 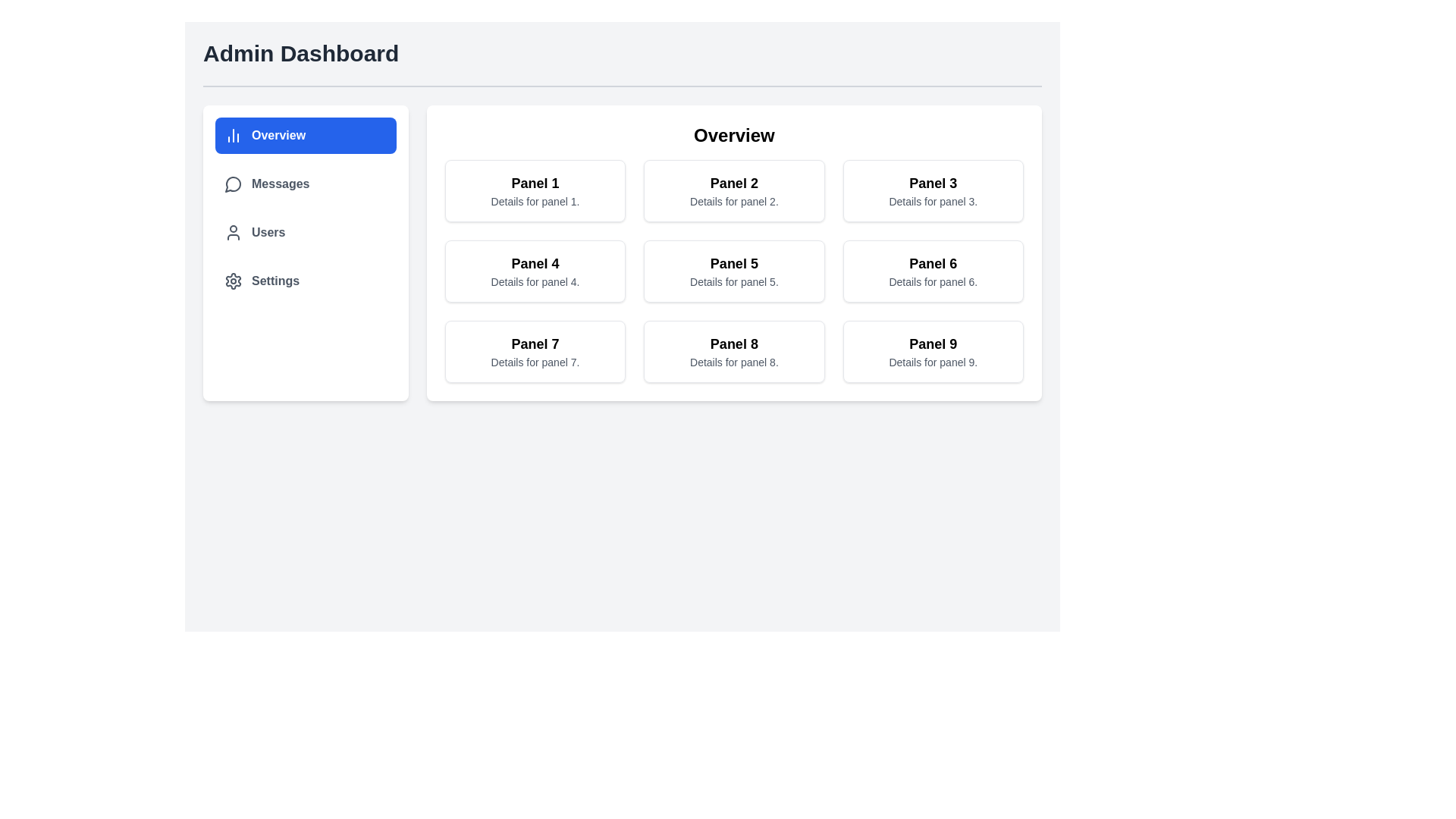 What do you see at coordinates (734, 134) in the screenshot?
I see `the Text Header located at the center-top of the main content card, which indicates the overall topic or content focus of the following panels` at bounding box center [734, 134].